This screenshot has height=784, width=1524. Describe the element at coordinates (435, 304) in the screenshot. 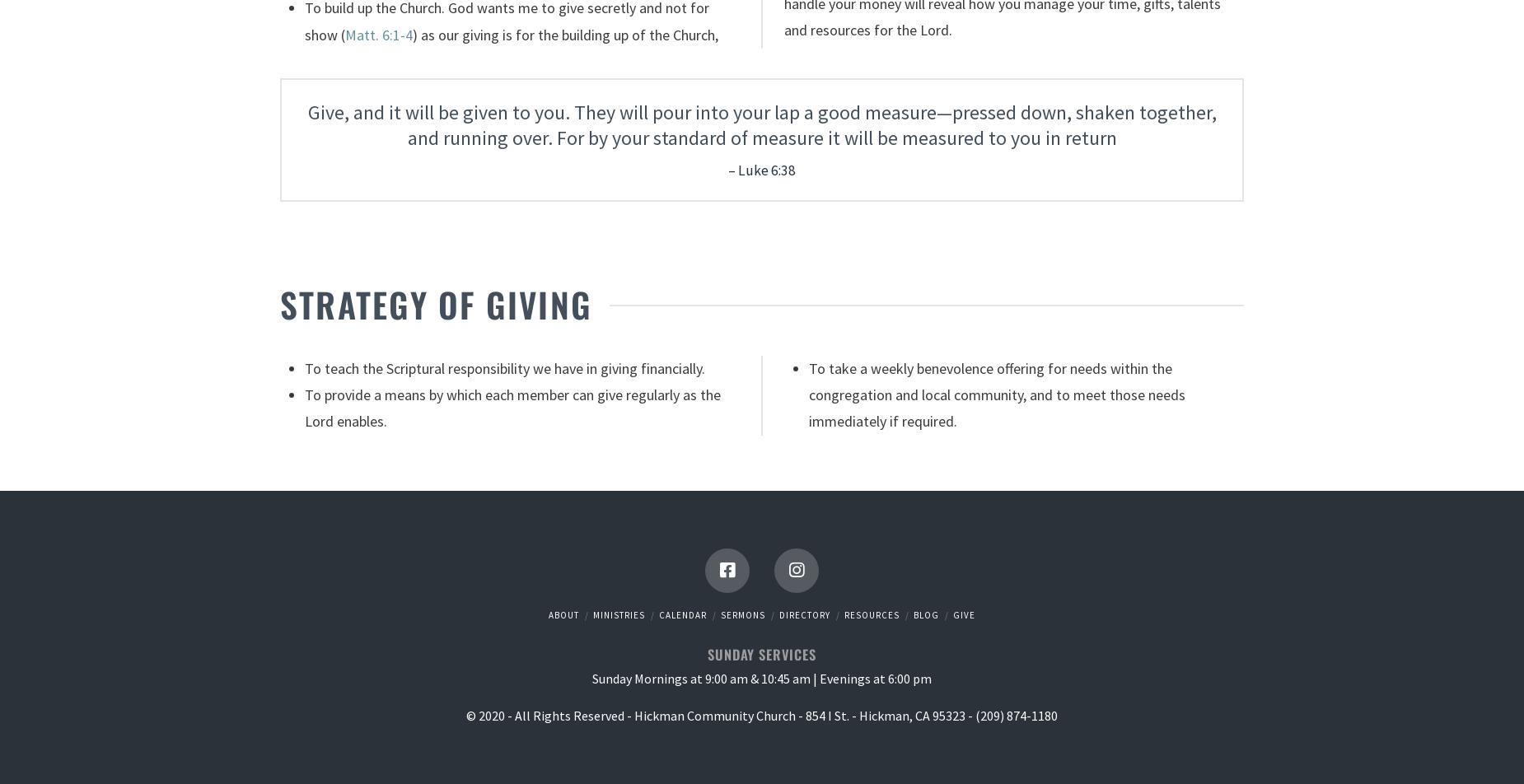

I see `'STRATEGY of Giving'` at that location.